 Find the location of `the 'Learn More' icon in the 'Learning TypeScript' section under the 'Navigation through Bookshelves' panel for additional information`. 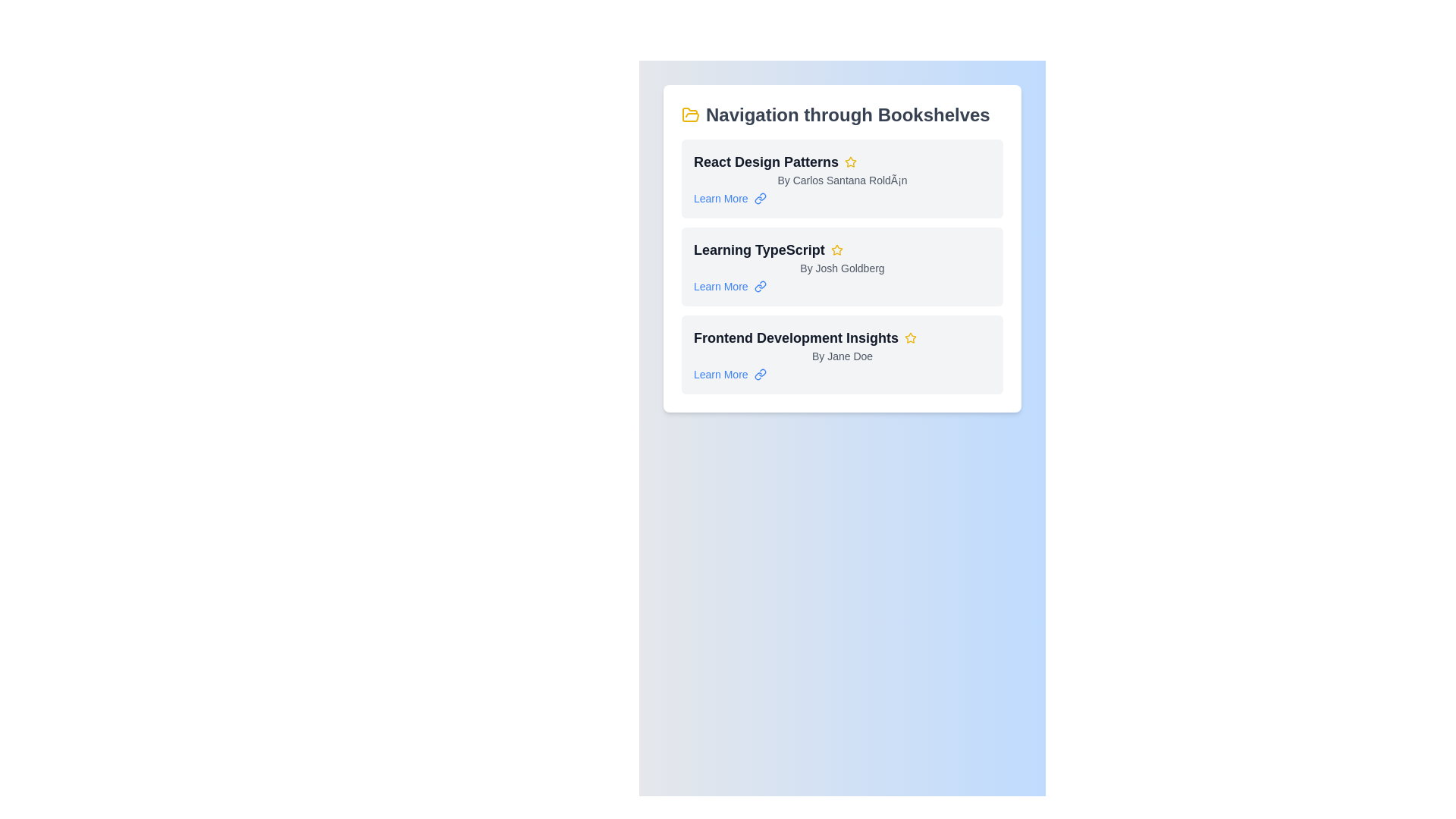

the 'Learn More' icon in the 'Learning TypeScript' section under the 'Navigation through Bookshelves' panel for additional information is located at coordinates (760, 374).